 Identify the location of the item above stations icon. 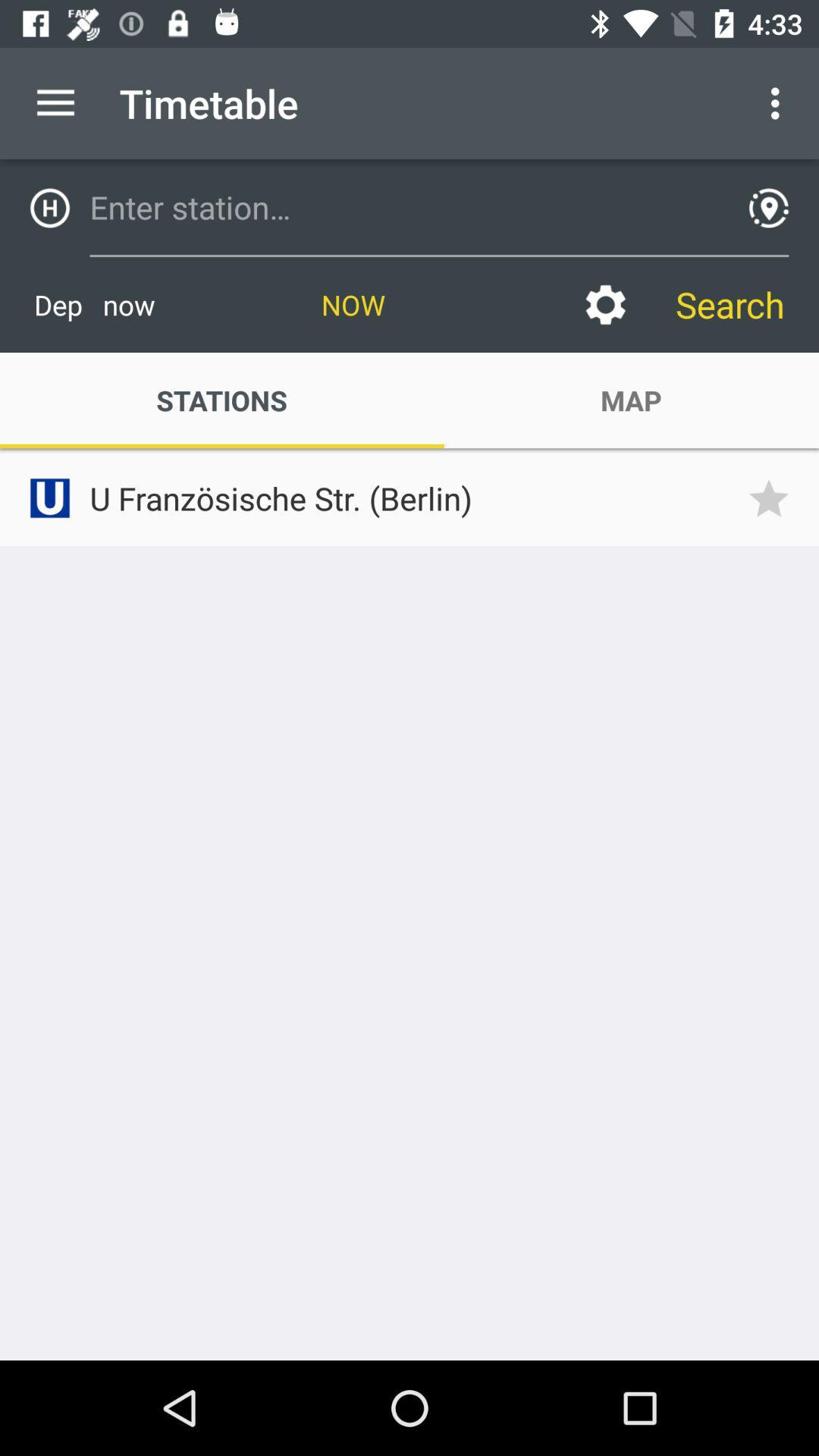
(94, 304).